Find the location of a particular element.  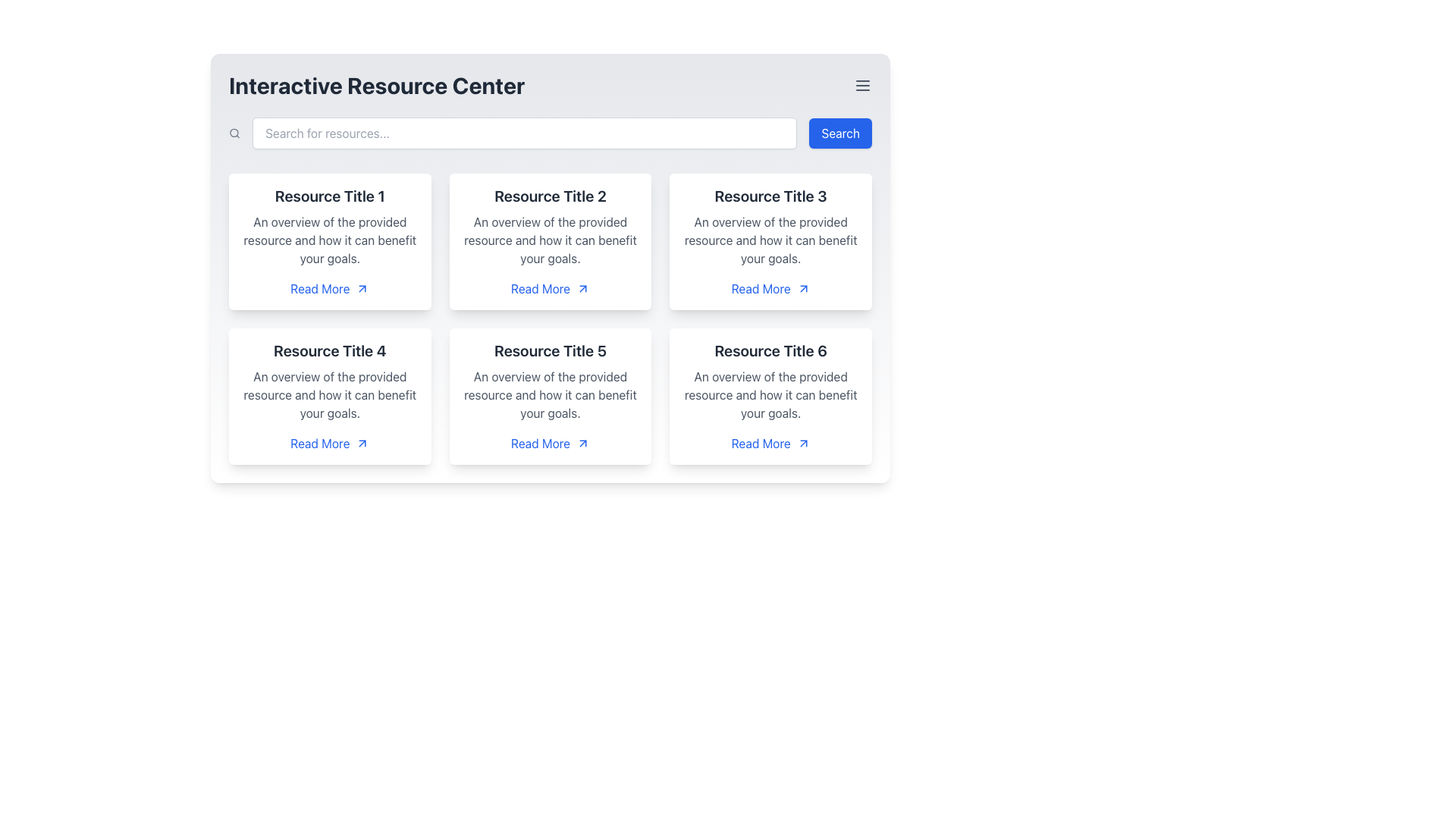

the first resource card in the grid layout, which contains a title and description along with a 'Read More' link is located at coordinates (329, 241).